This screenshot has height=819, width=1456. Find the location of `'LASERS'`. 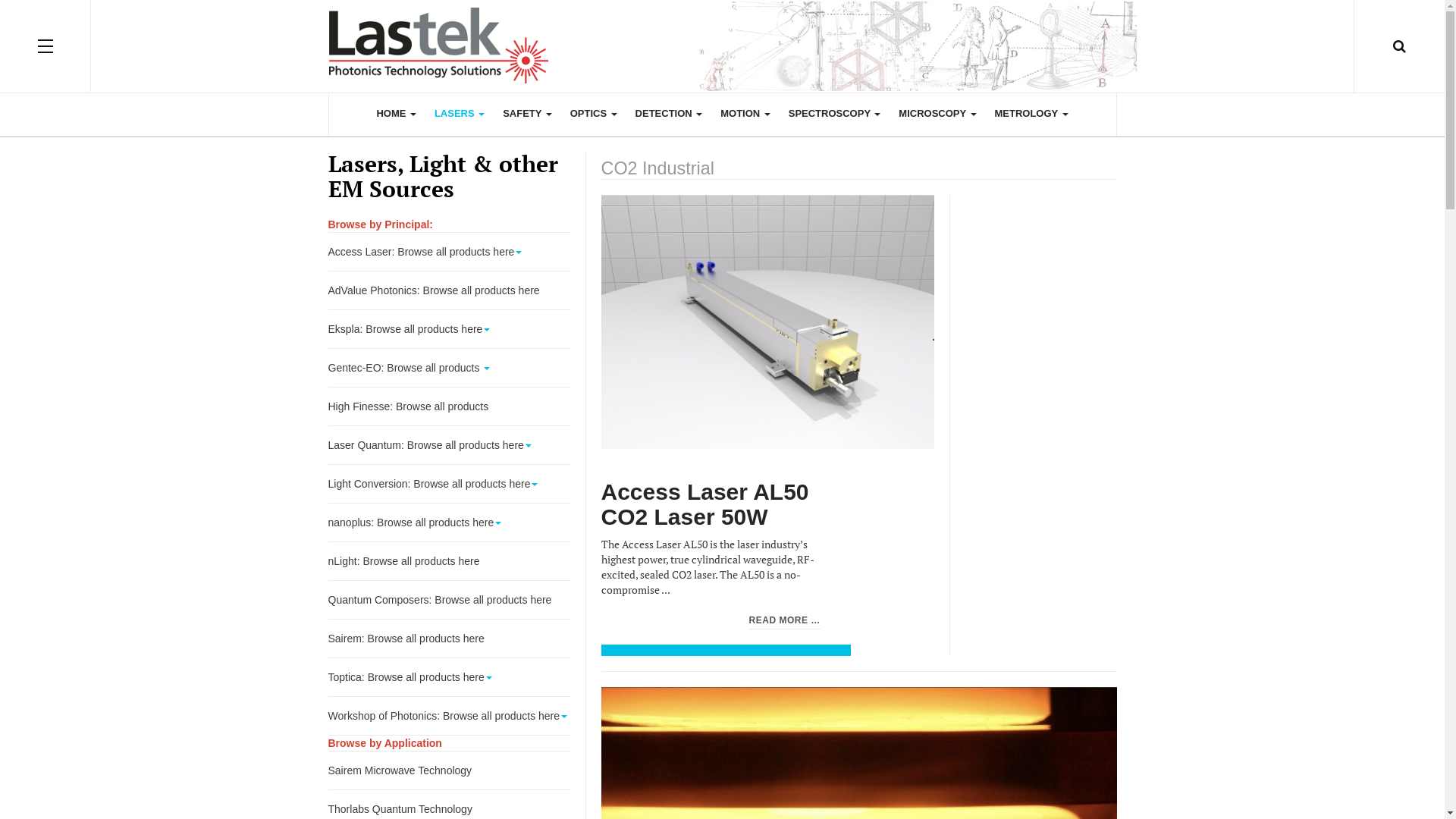

'LASERS' is located at coordinates (458, 113).